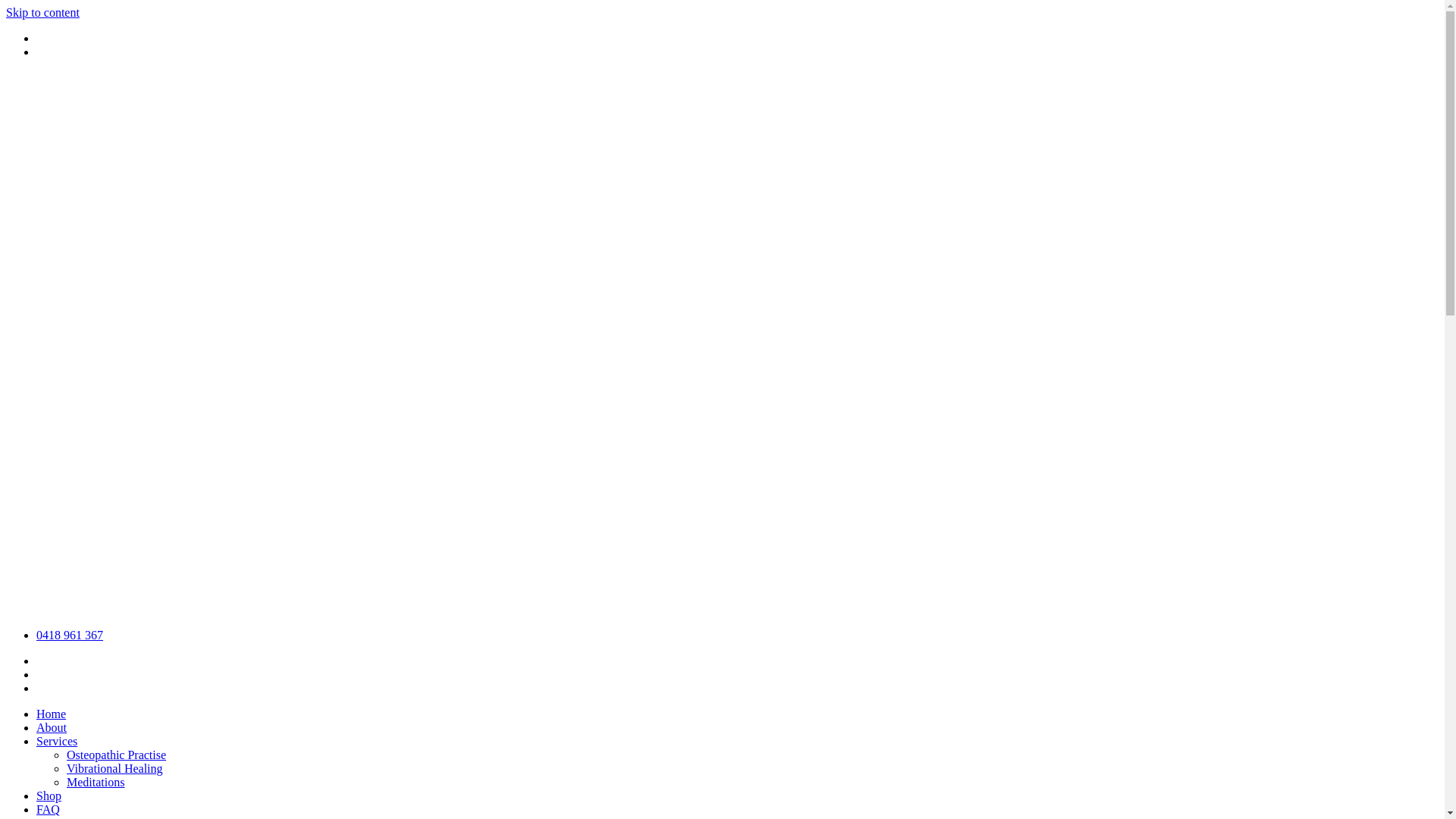  Describe the element at coordinates (68, 635) in the screenshot. I see `'0418 961 367'` at that location.